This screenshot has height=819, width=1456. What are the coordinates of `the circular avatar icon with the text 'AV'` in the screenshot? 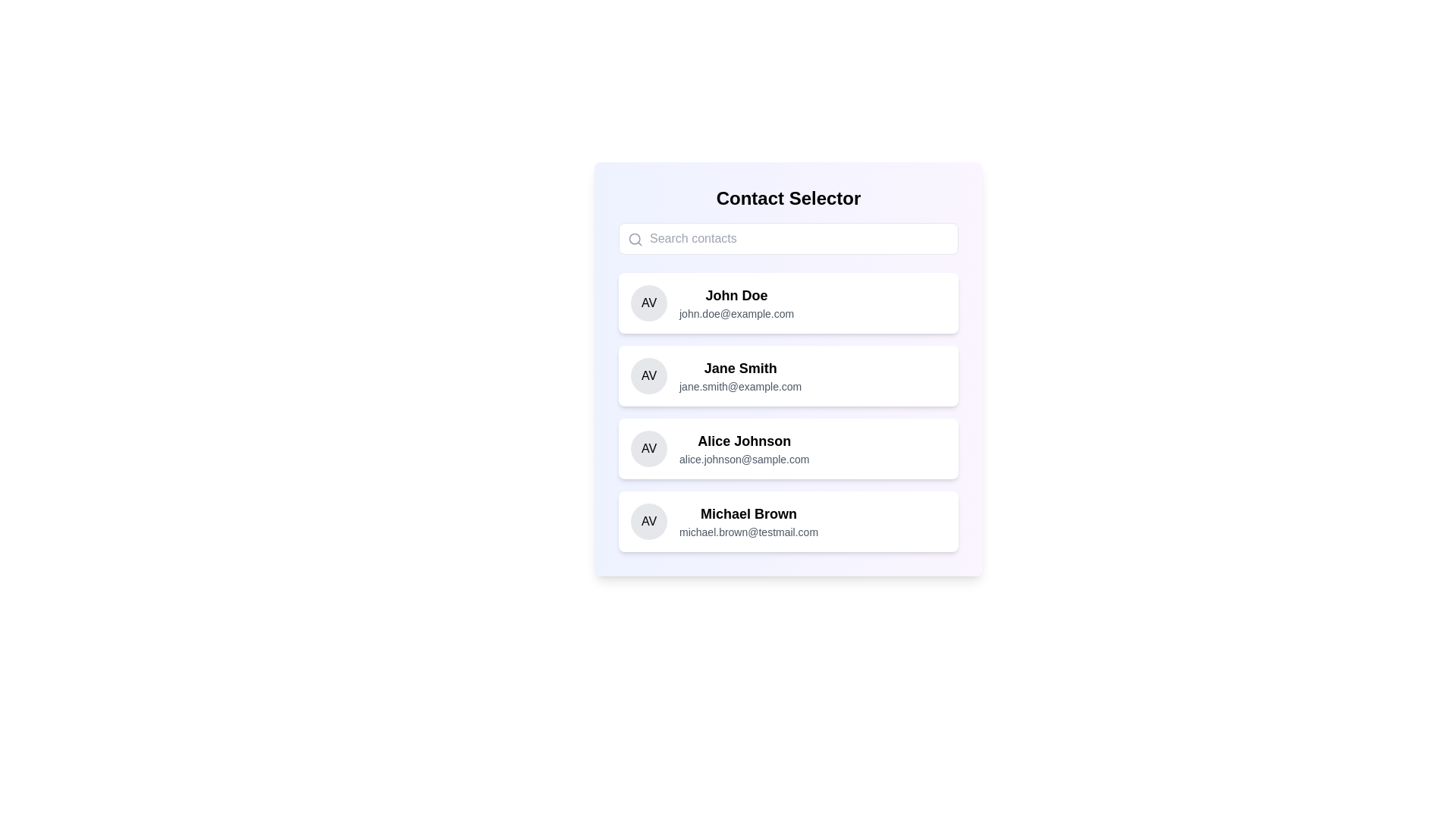 It's located at (648, 520).